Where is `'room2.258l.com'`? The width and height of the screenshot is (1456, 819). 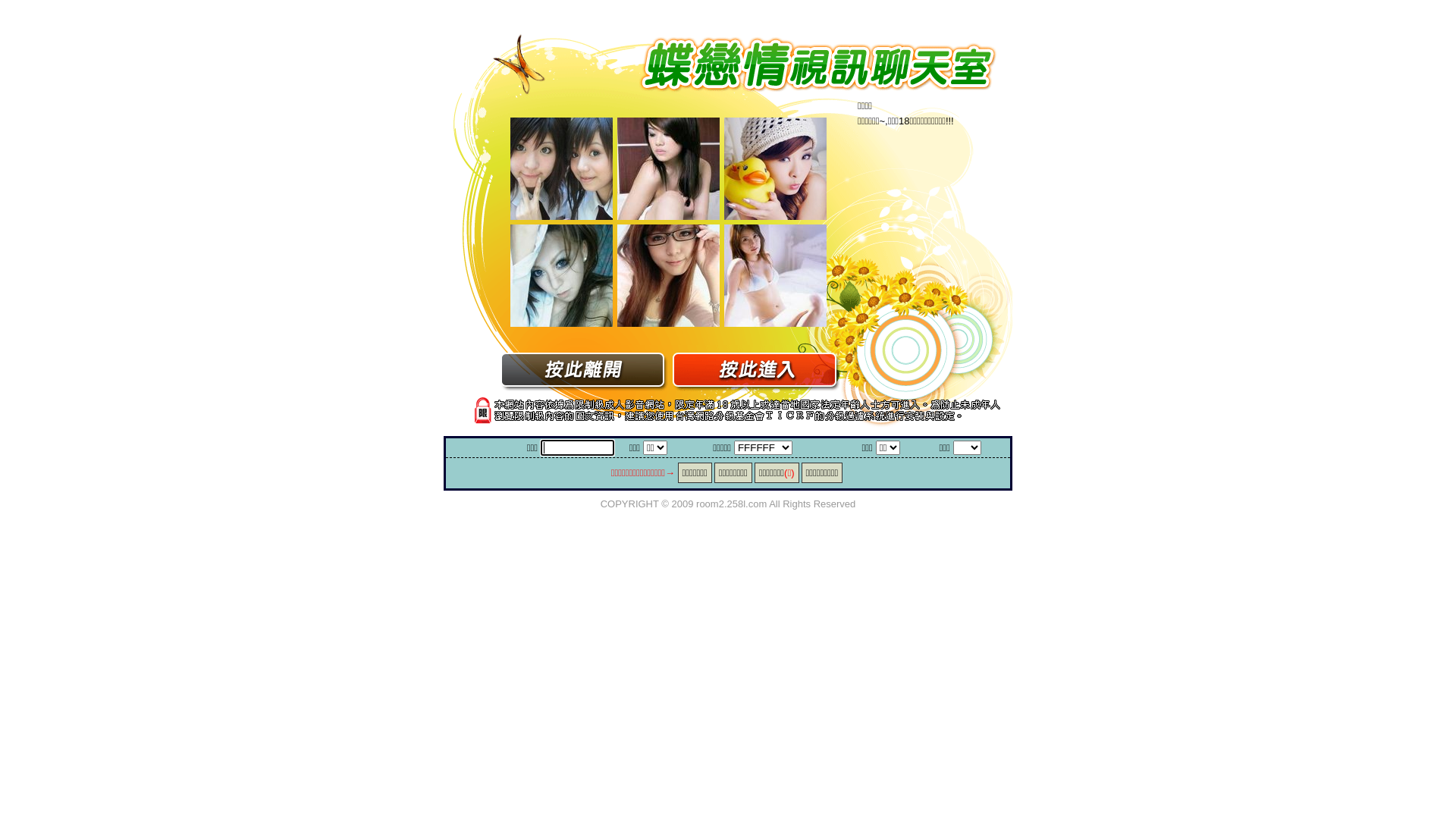
'room2.258l.com' is located at coordinates (731, 503).